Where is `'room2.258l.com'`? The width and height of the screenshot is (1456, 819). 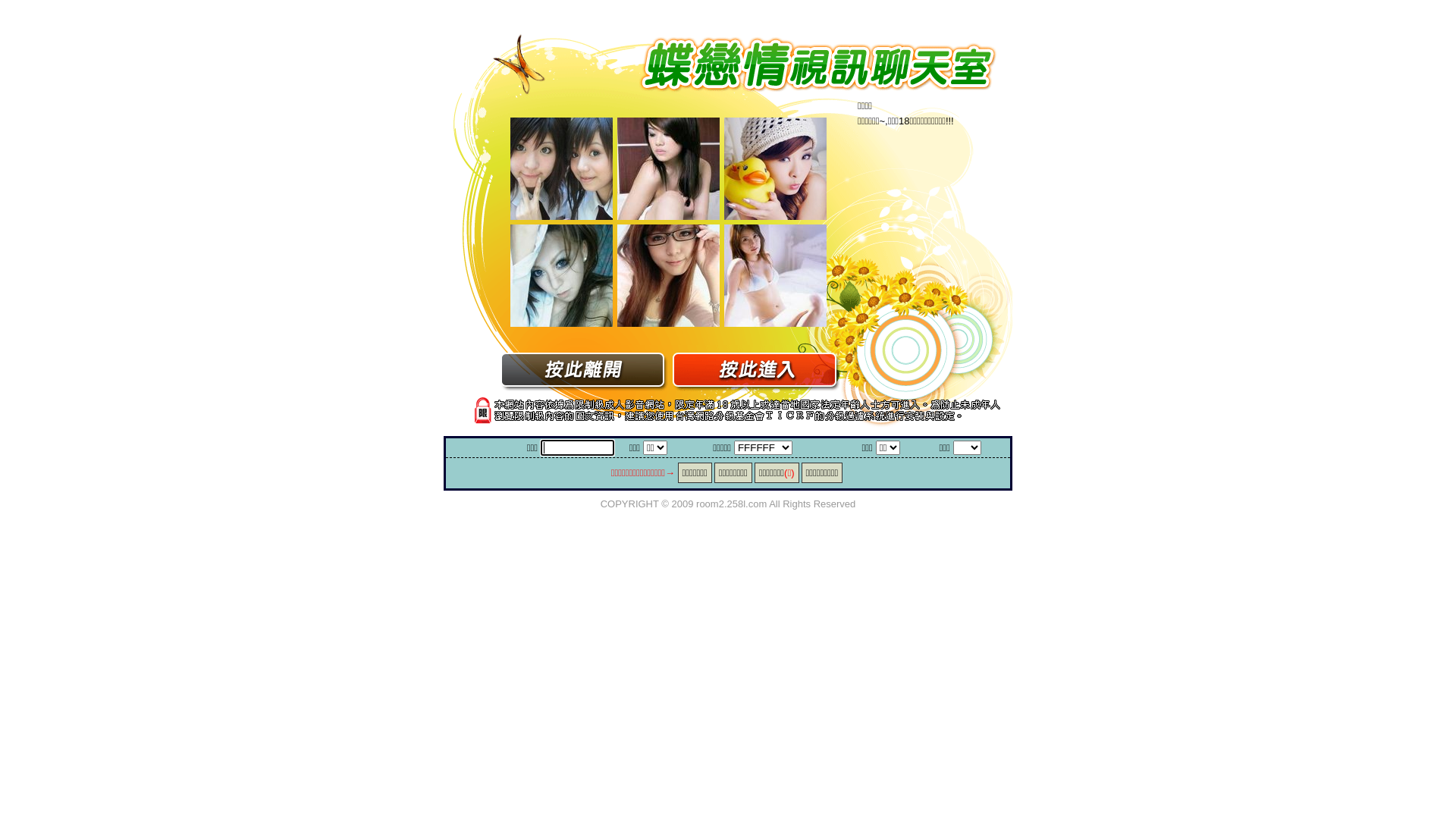
'room2.258l.com' is located at coordinates (731, 503).